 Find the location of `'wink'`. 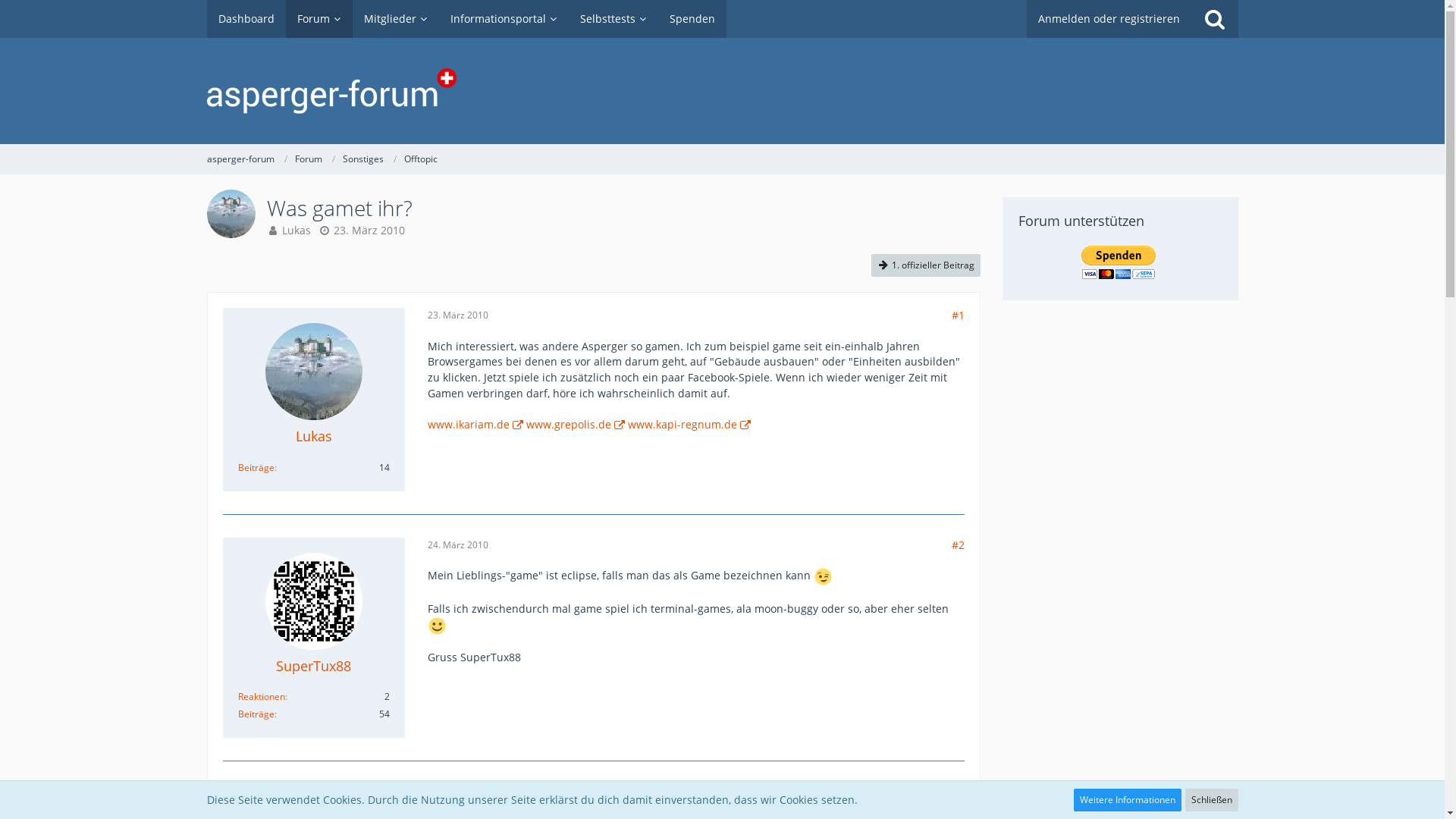

'wink' is located at coordinates (822, 576).